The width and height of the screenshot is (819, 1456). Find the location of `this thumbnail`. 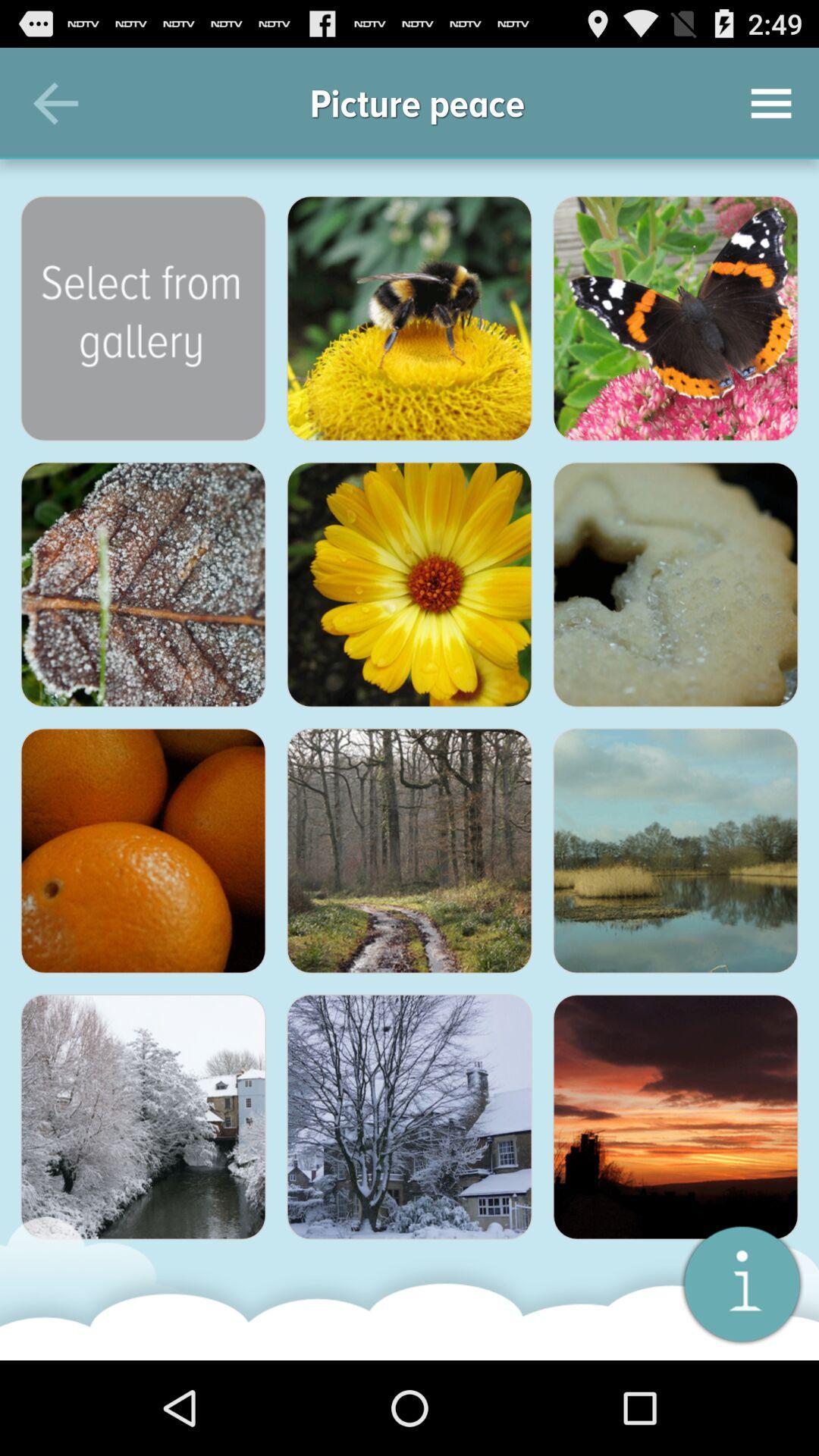

this thumbnail is located at coordinates (409, 318).